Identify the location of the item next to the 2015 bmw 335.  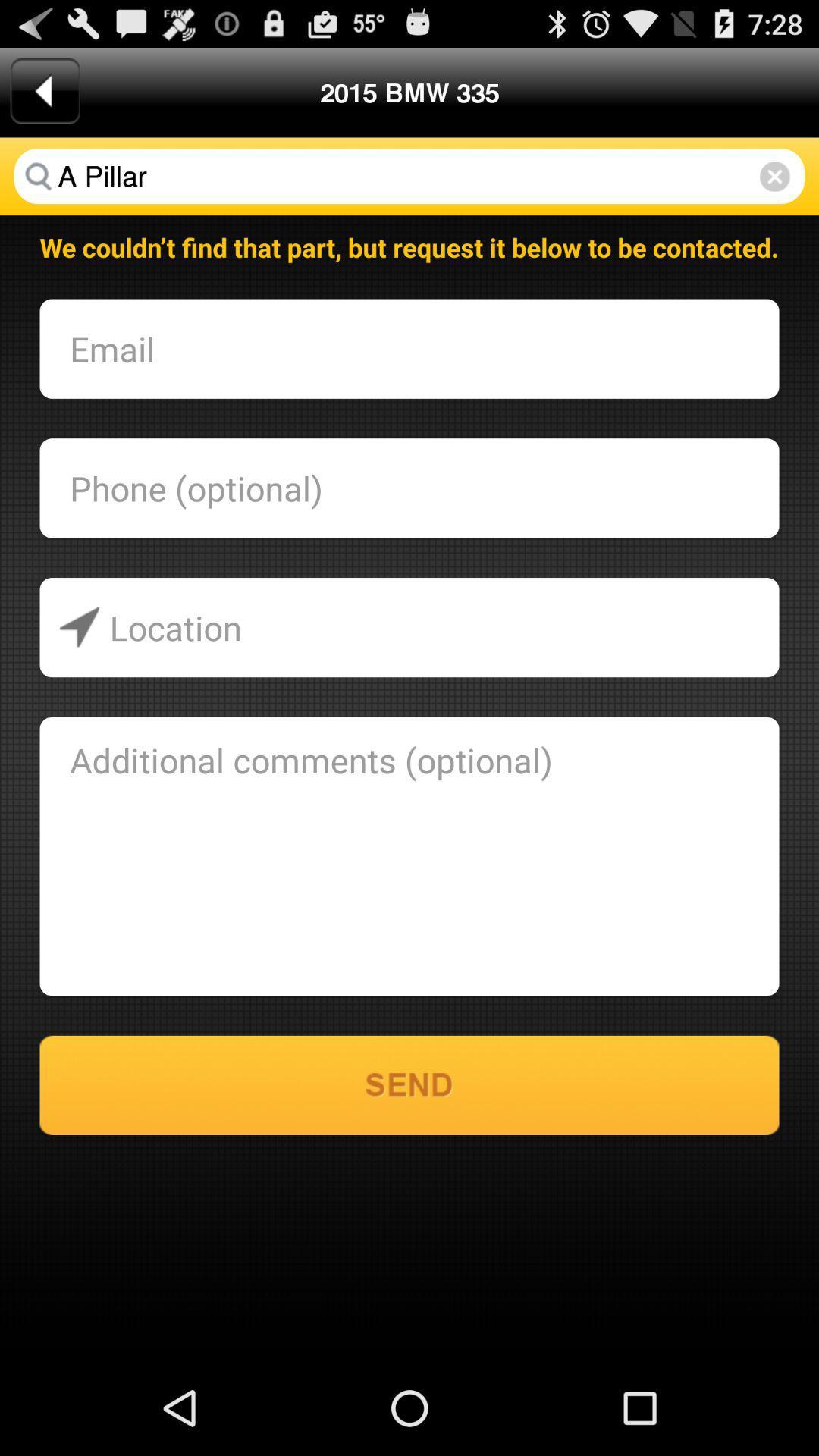
(774, 176).